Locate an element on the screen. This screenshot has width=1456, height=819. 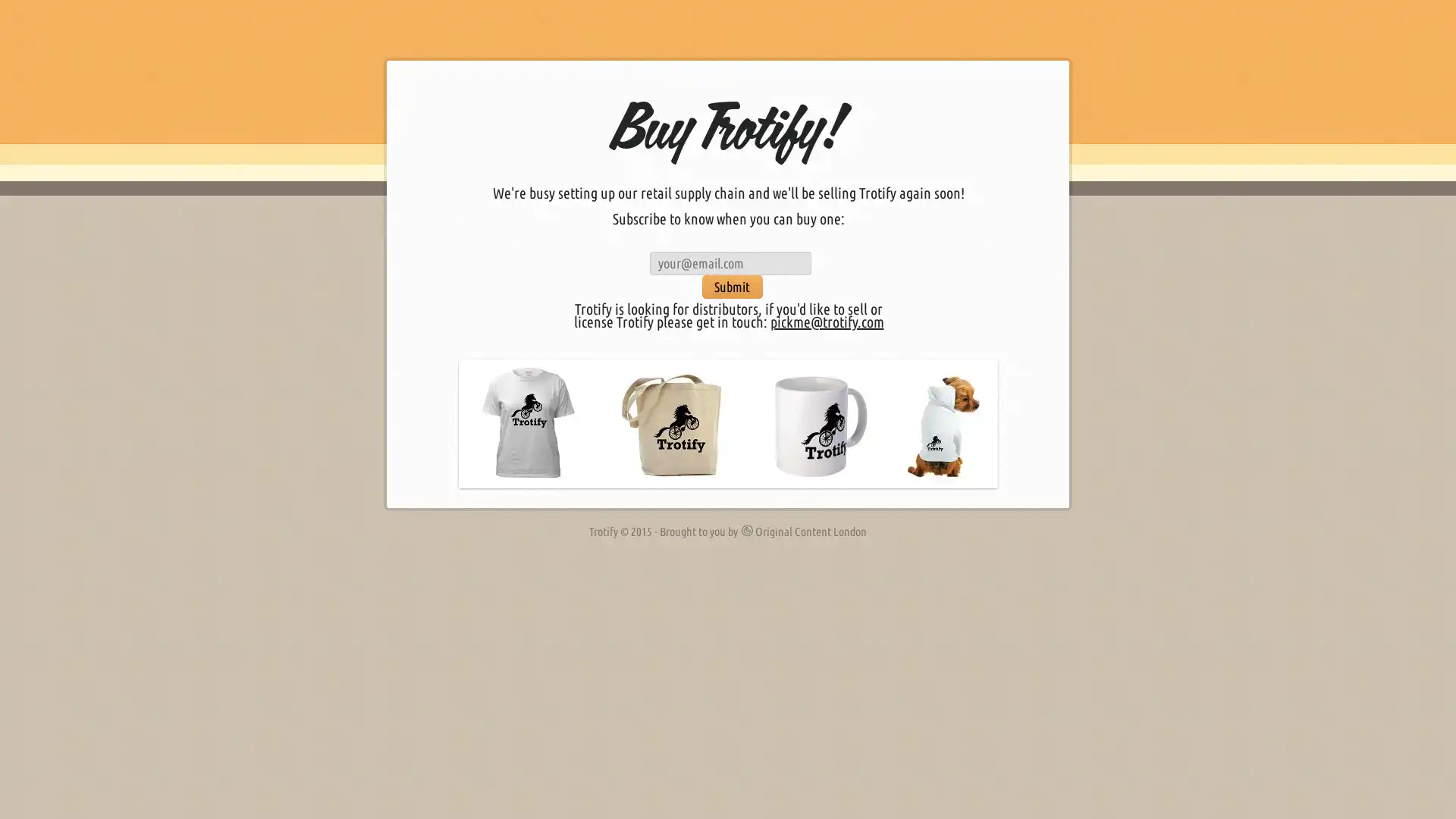
Submit is located at coordinates (731, 287).